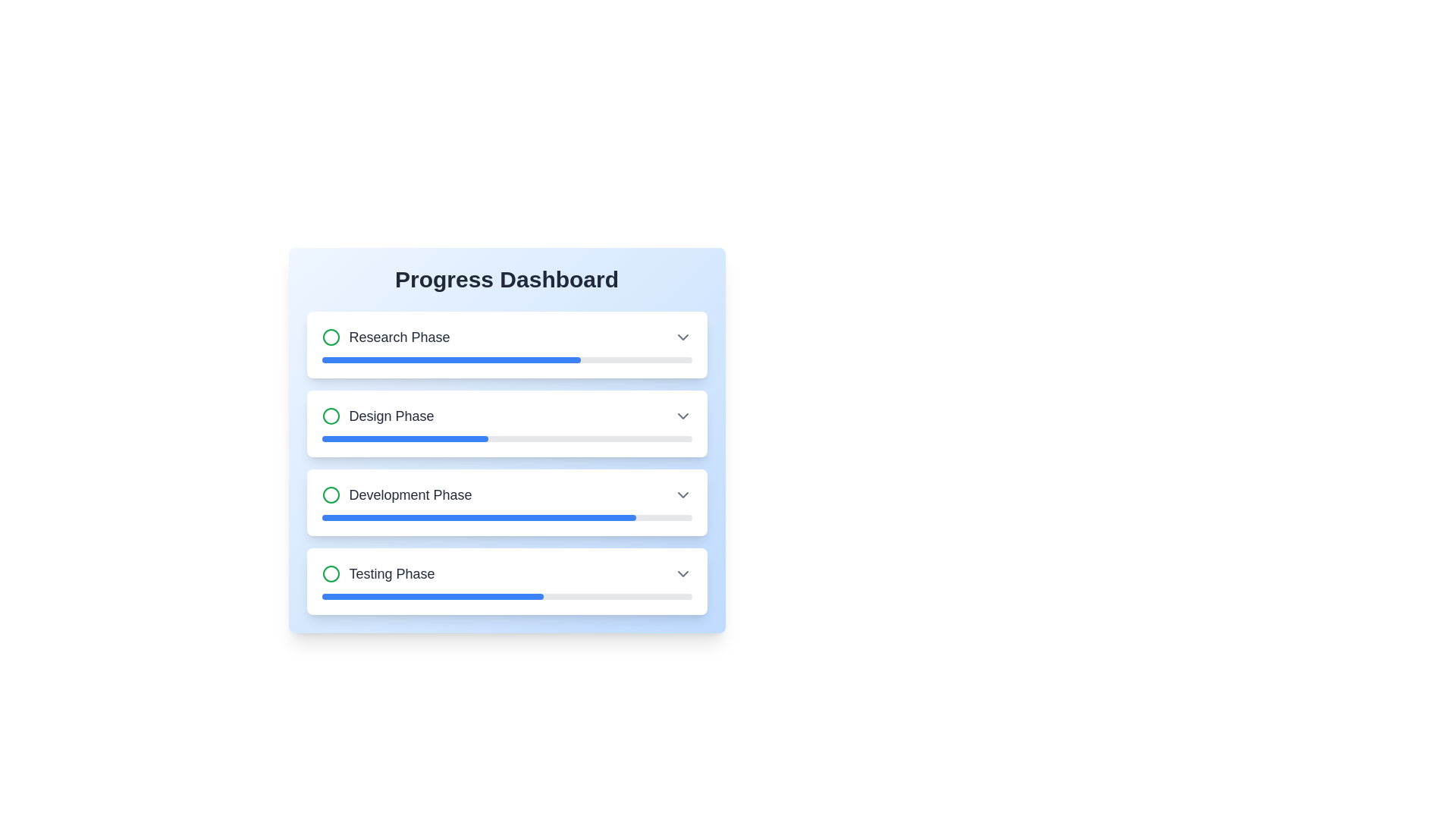 The width and height of the screenshot is (1456, 819). Describe the element at coordinates (378, 573) in the screenshot. I see `the 'Testing Phase' label with the associated green circular icon for accessibility tools` at that location.